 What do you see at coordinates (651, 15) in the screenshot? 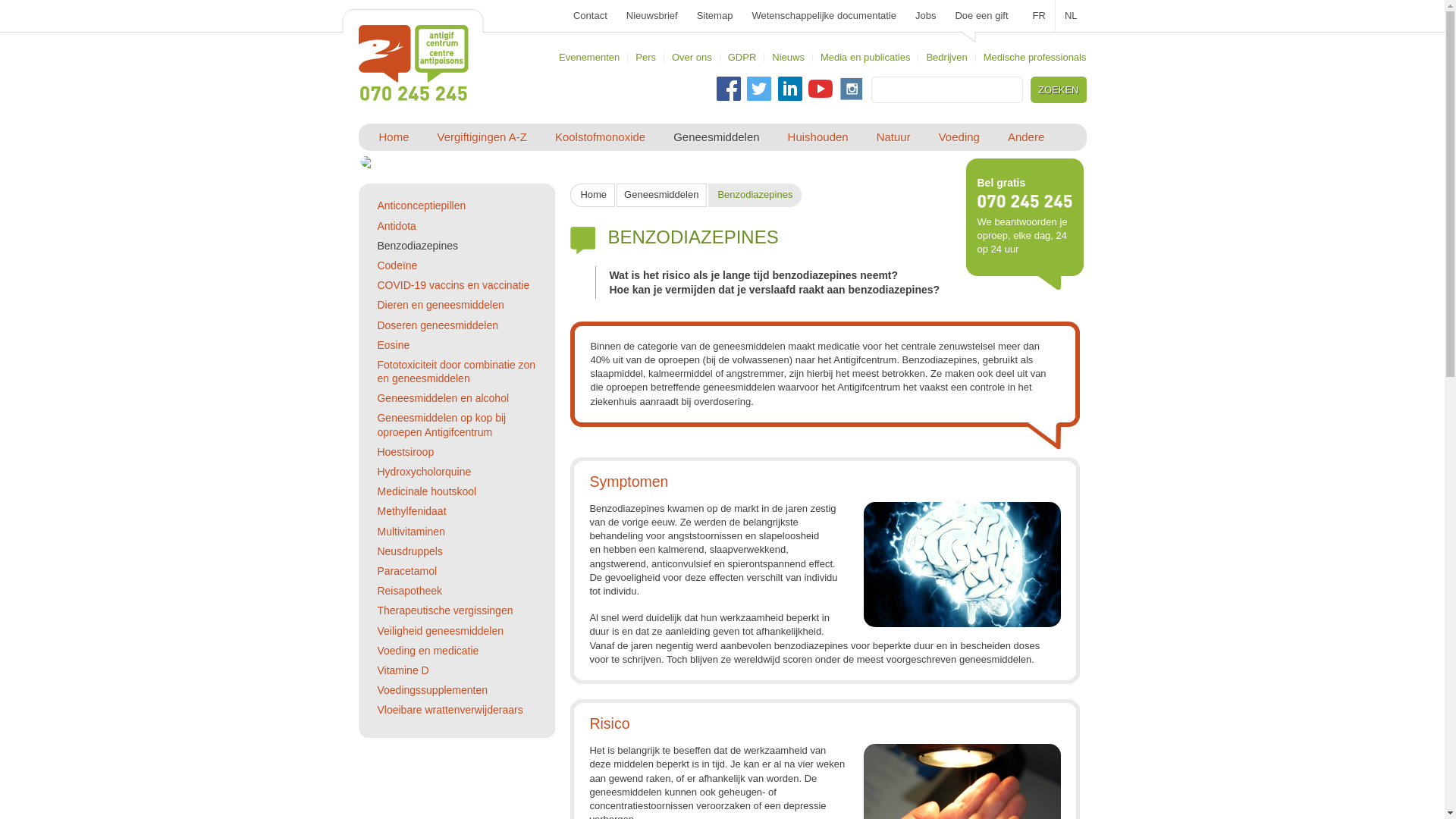
I see `'Nieuwsbrief'` at bounding box center [651, 15].